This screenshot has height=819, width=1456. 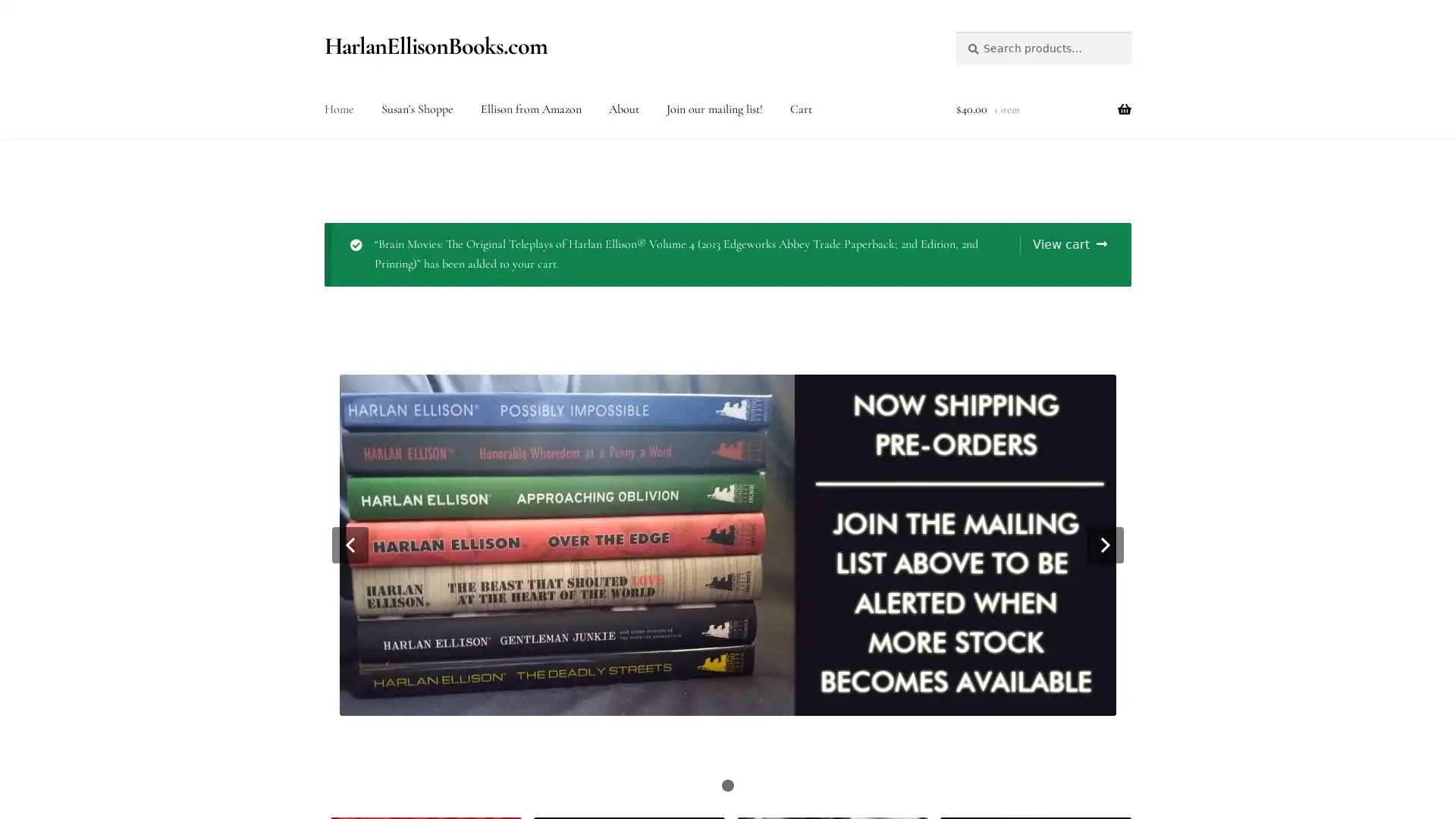 I want to click on Search, so click(x=954, y=30).